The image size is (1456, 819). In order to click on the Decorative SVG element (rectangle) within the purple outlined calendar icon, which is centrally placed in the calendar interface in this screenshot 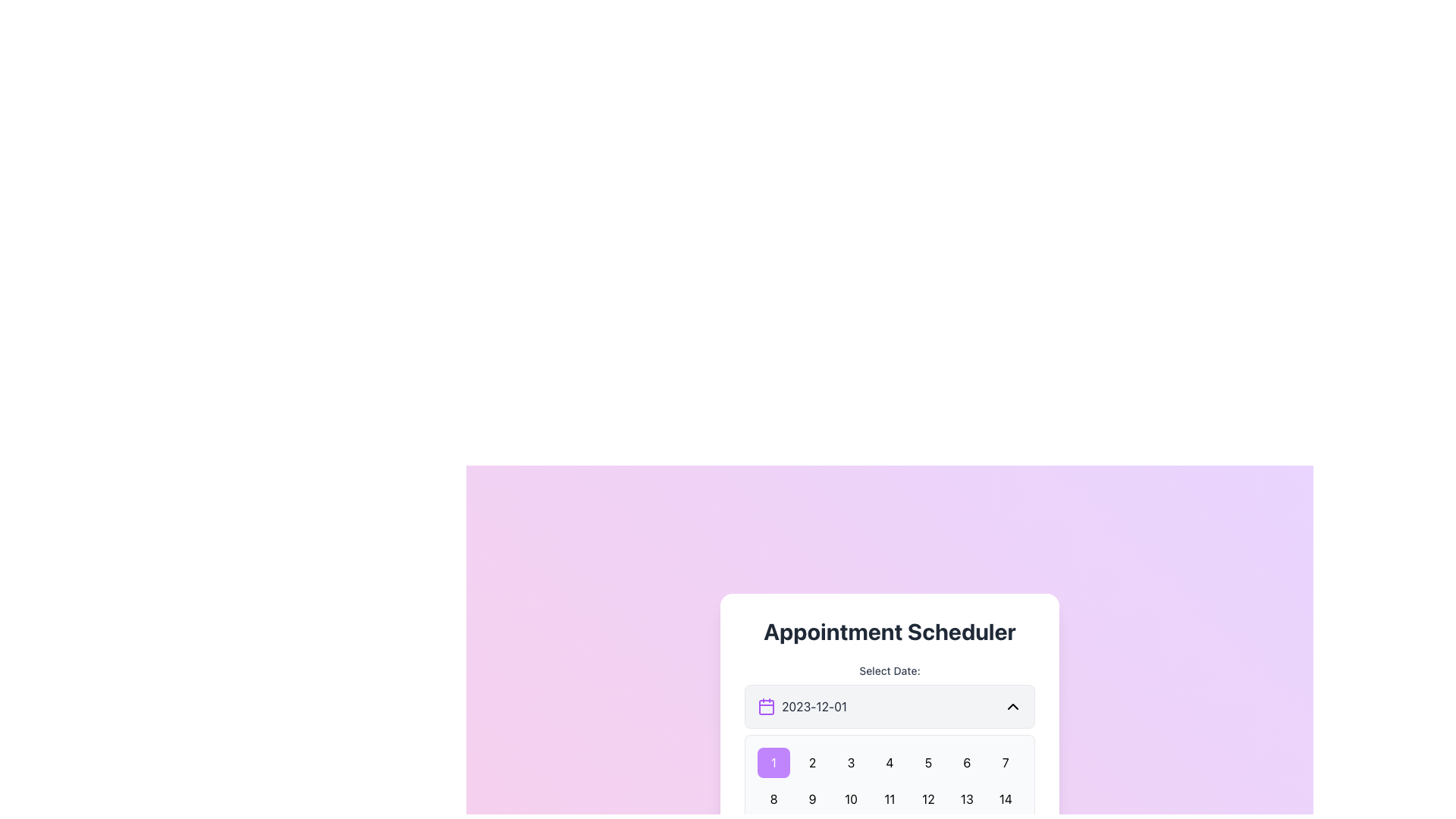, I will do `click(767, 708)`.